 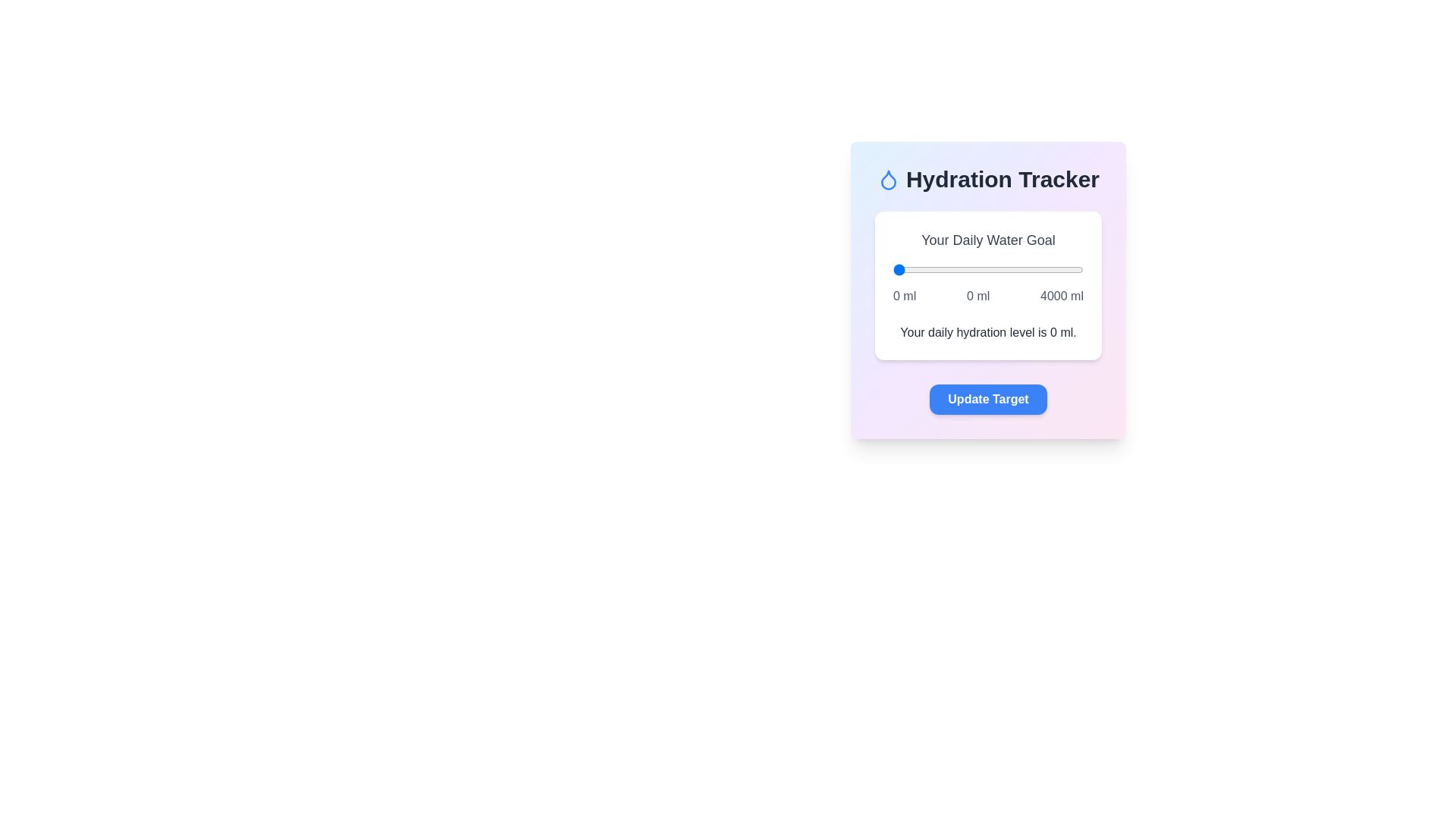 What do you see at coordinates (907, 268) in the screenshot?
I see `the water intake slider to 290 ml` at bounding box center [907, 268].